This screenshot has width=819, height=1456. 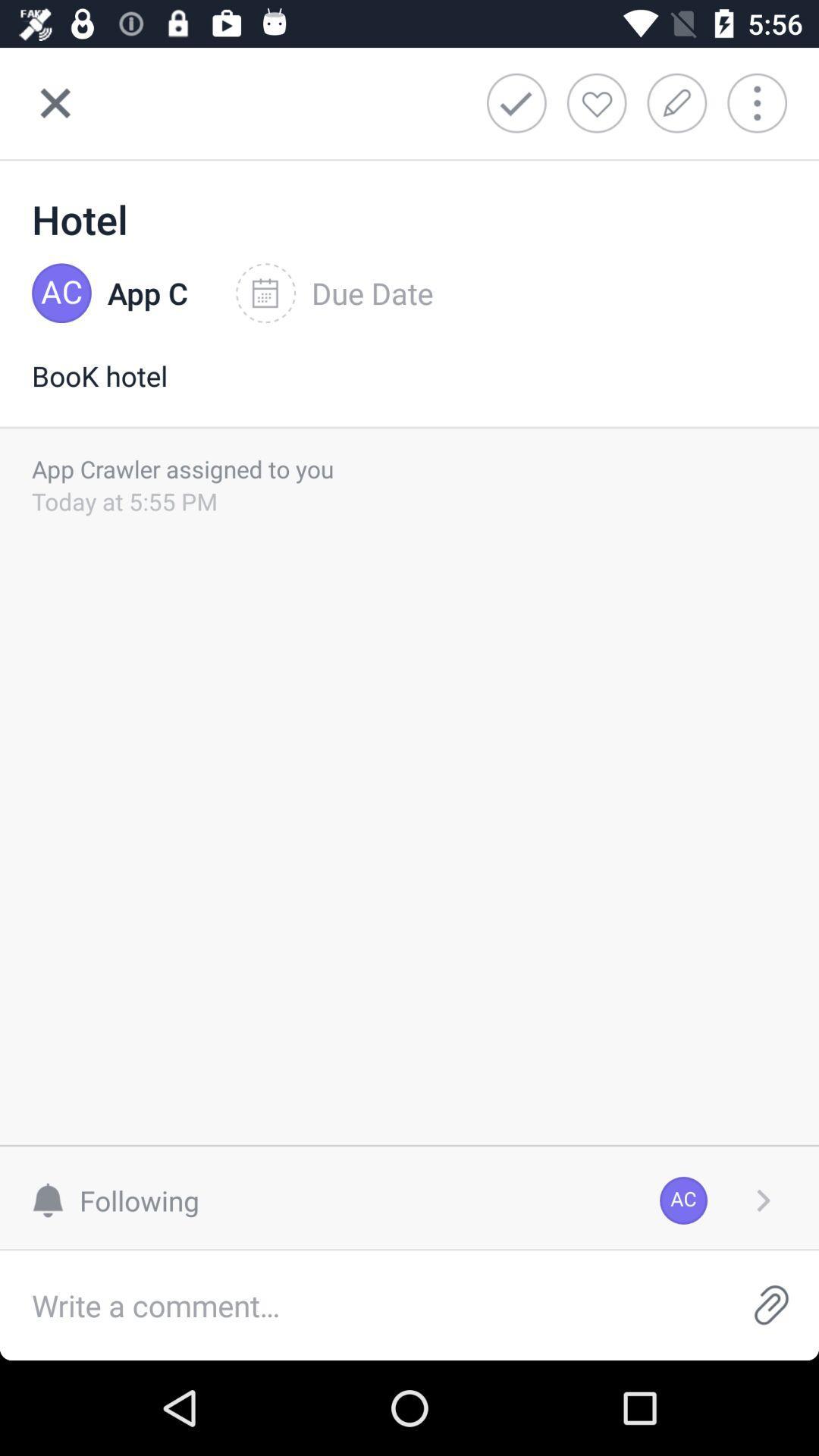 What do you see at coordinates (334, 293) in the screenshot?
I see `item to the right of app c` at bounding box center [334, 293].